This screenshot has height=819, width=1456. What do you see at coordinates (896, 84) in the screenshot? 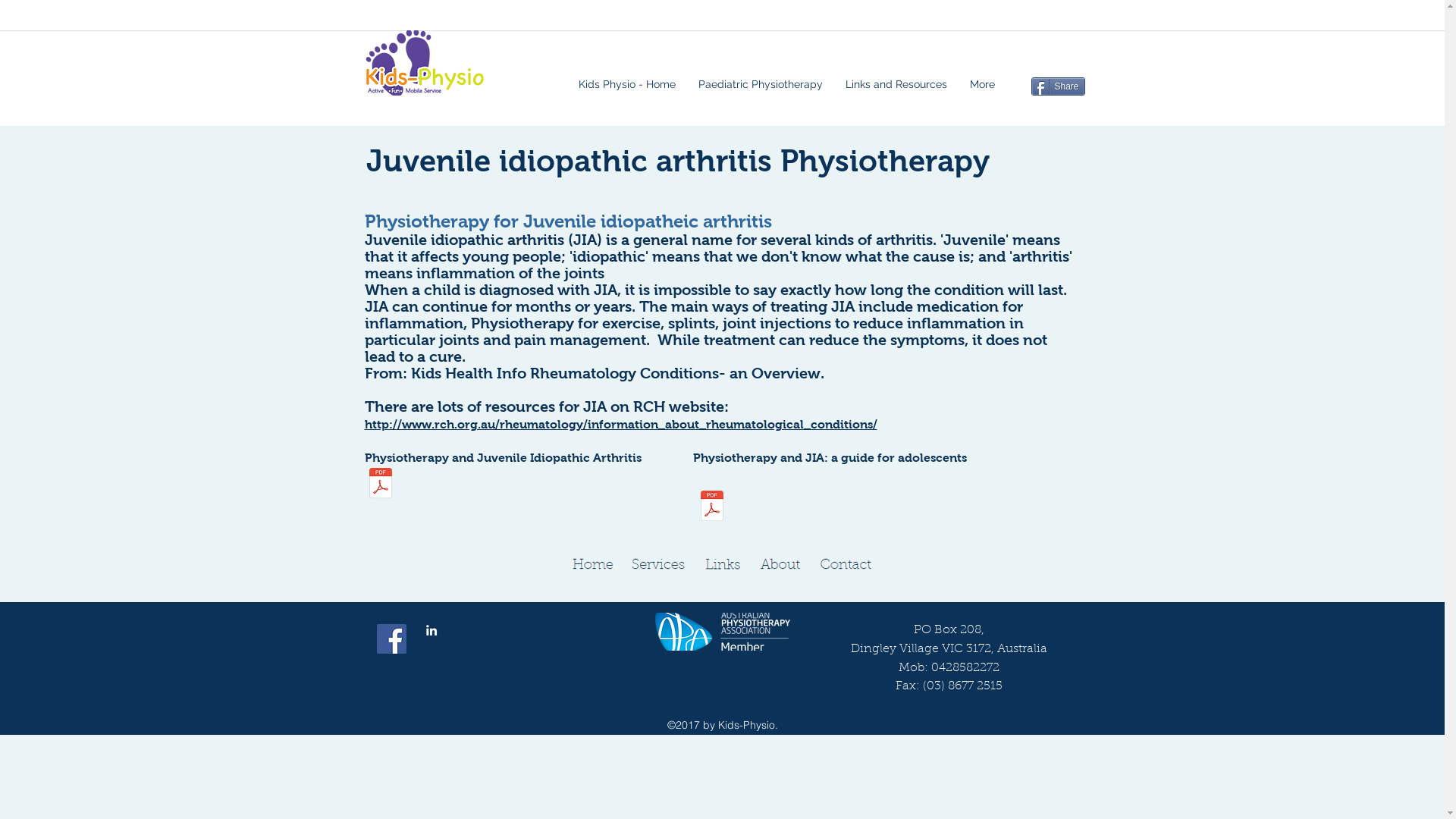
I see `'Links and Resources'` at bounding box center [896, 84].